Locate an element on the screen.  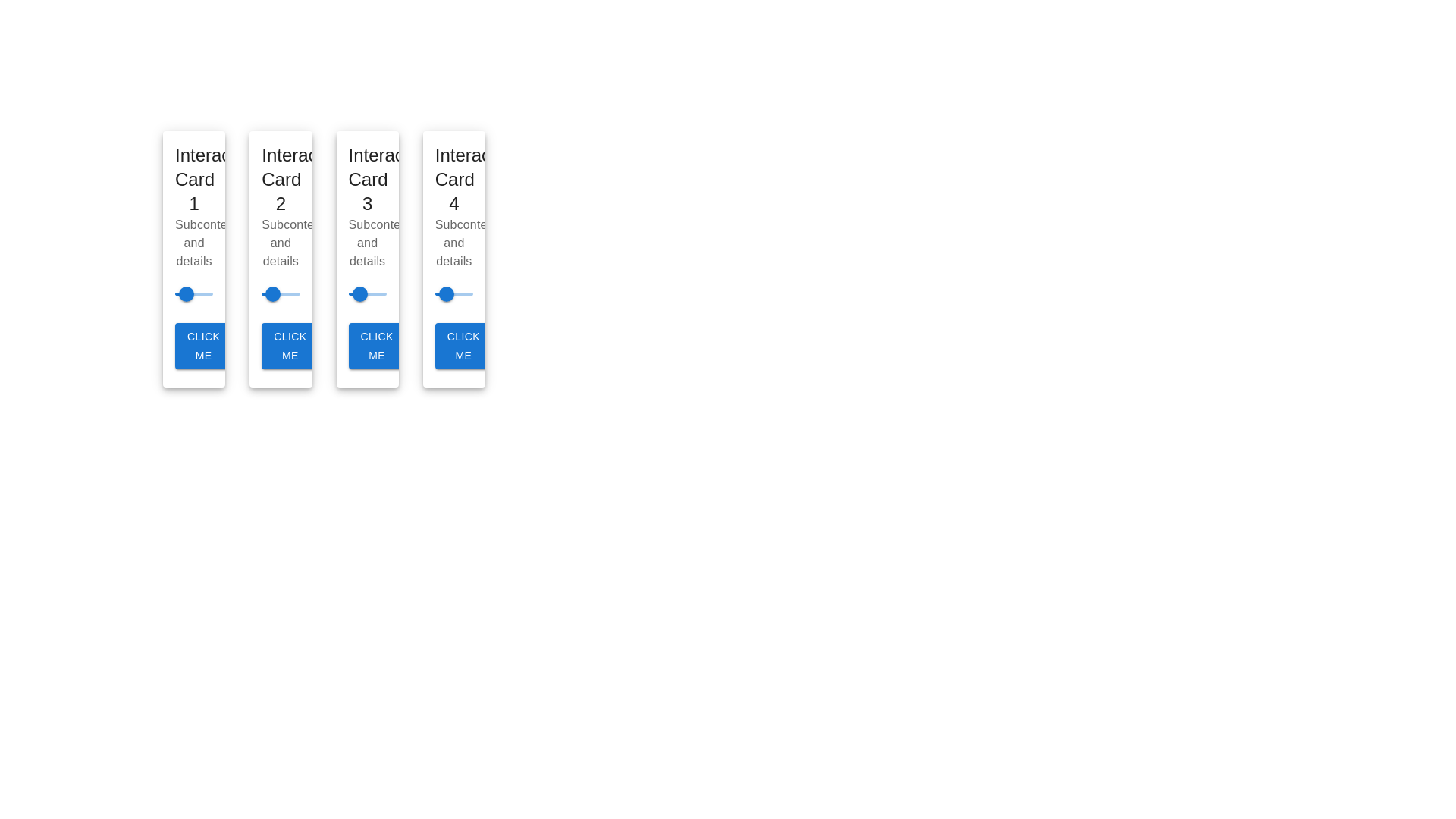
the slider value is located at coordinates (358, 294).